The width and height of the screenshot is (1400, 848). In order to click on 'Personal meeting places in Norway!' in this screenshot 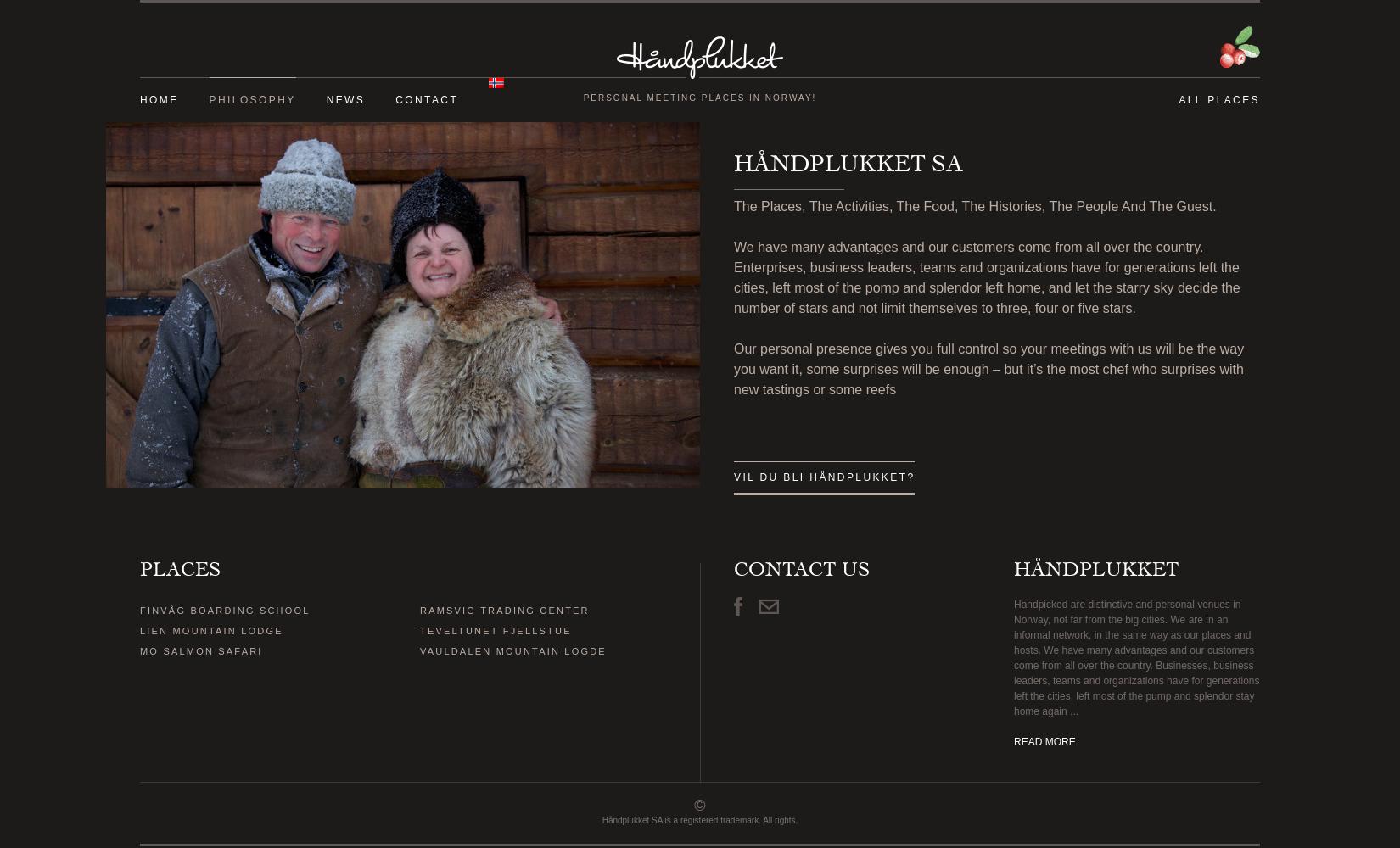, I will do `click(582, 97)`.